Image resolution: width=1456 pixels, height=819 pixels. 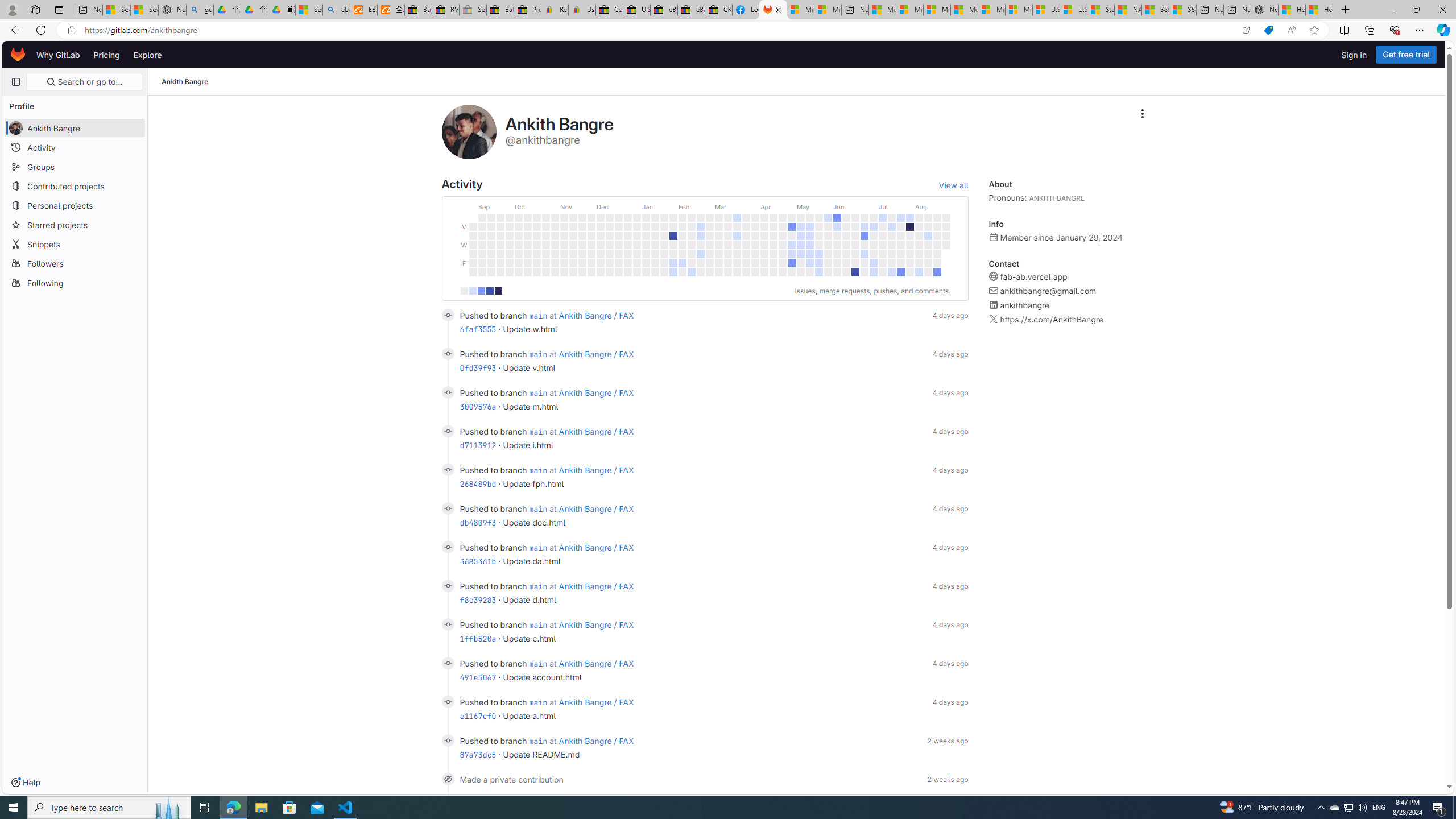 What do you see at coordinates (528, 9) in the screenshot?
I see `'Press Room - eBay Inc.'` at bounding box center [528, 9].